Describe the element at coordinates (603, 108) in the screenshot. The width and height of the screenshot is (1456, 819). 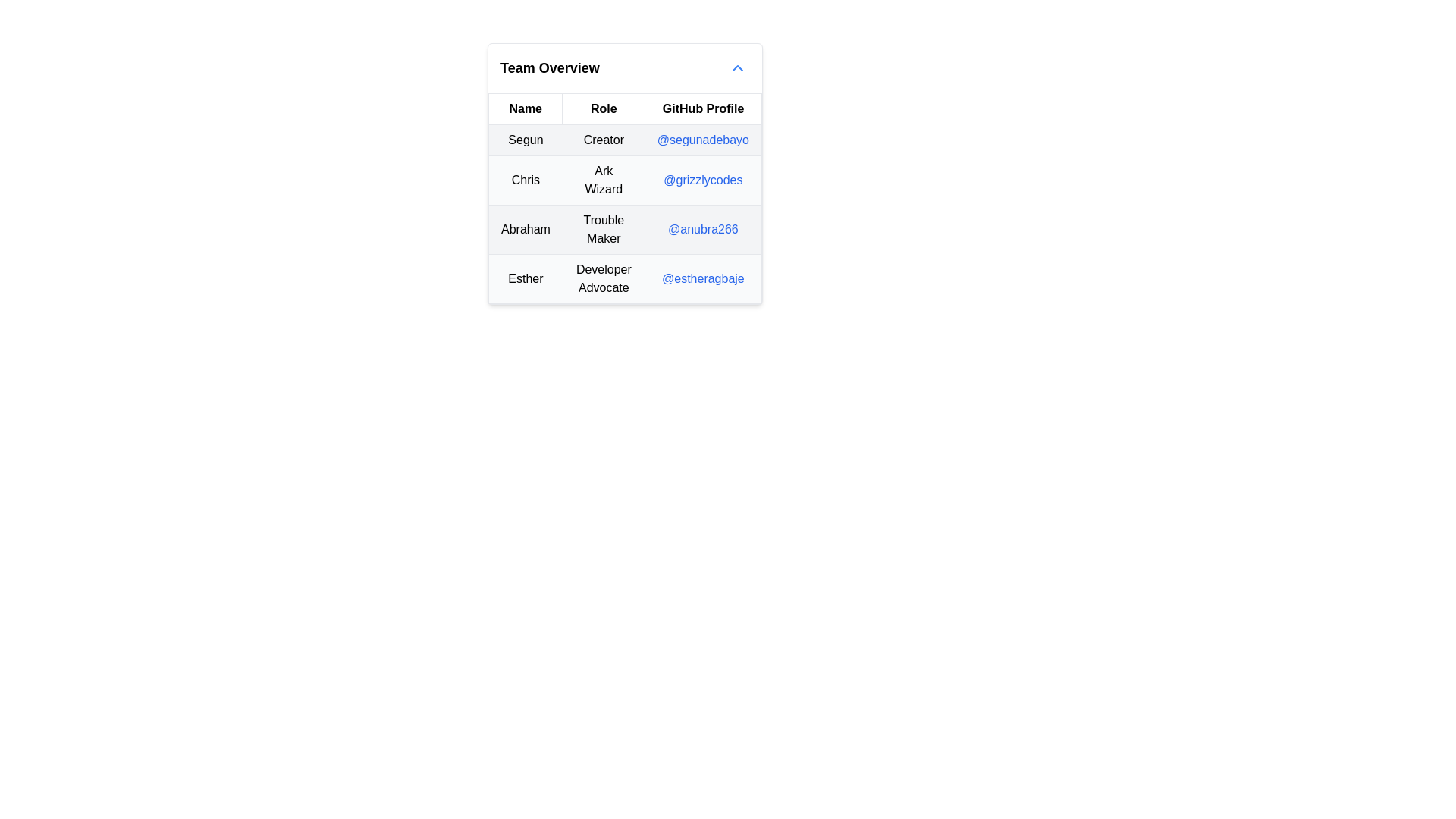
I see `text label displaying the word 'Role' which is the second item in the table header, between 'Name' and 'GitHub Profile'` at that location.